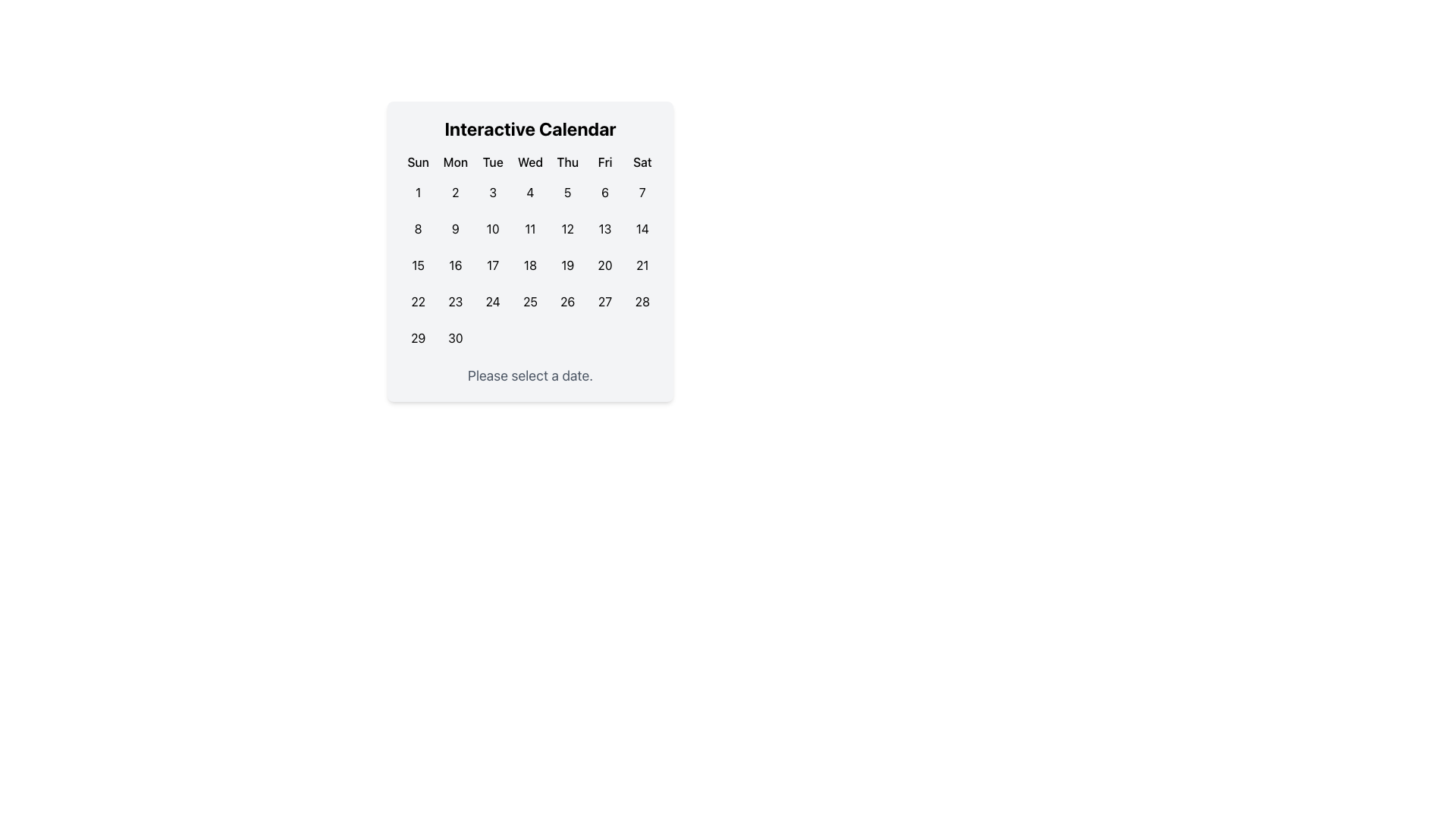 The image size is (1456, 819). I want to click on the selectable date '4' button-like grid cell in the calendar component, located in the first row and fourth column under the 'Wed' header, so click(530, 192).